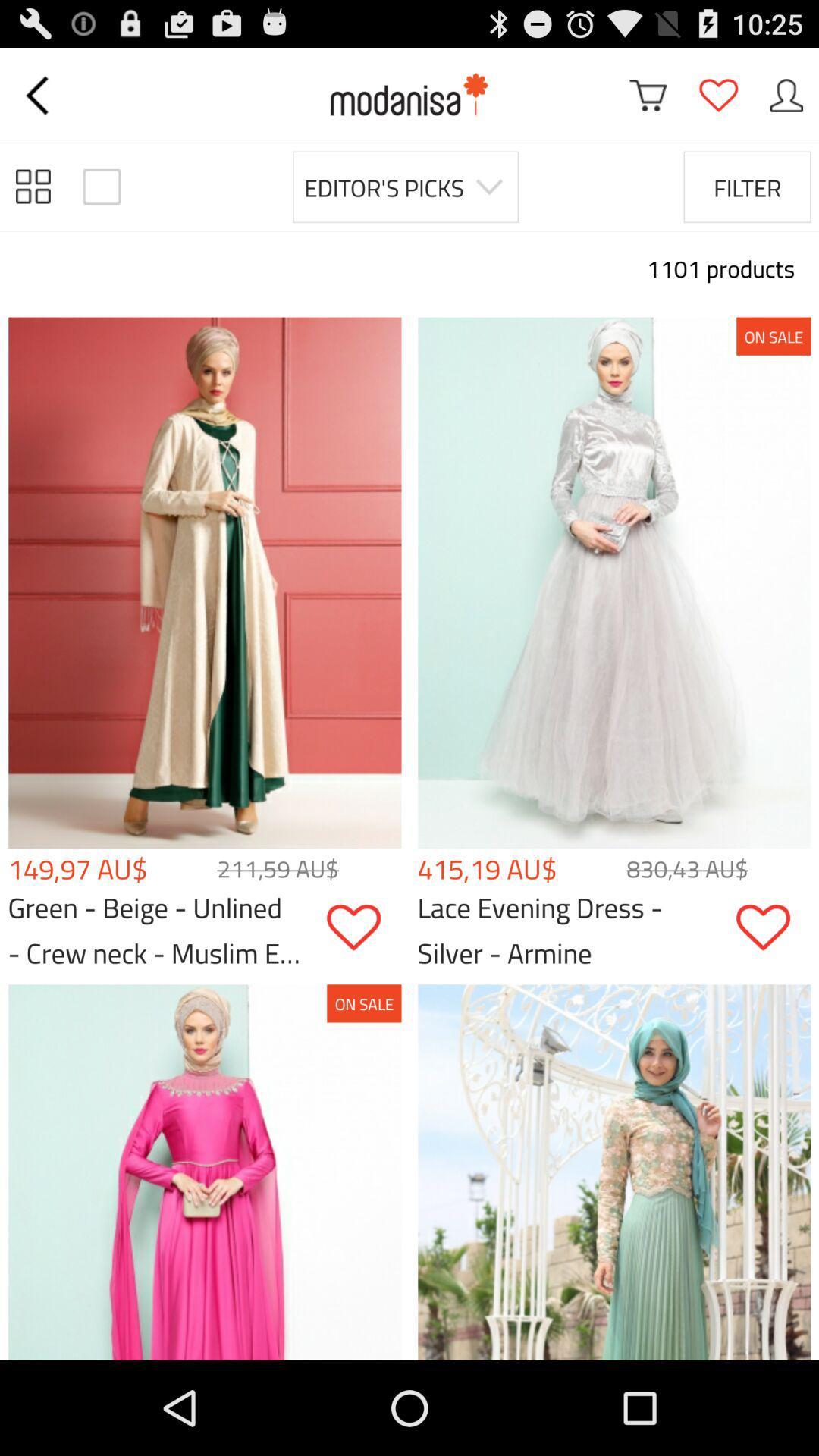  I want to click on the cart icon, so click(648, 101).